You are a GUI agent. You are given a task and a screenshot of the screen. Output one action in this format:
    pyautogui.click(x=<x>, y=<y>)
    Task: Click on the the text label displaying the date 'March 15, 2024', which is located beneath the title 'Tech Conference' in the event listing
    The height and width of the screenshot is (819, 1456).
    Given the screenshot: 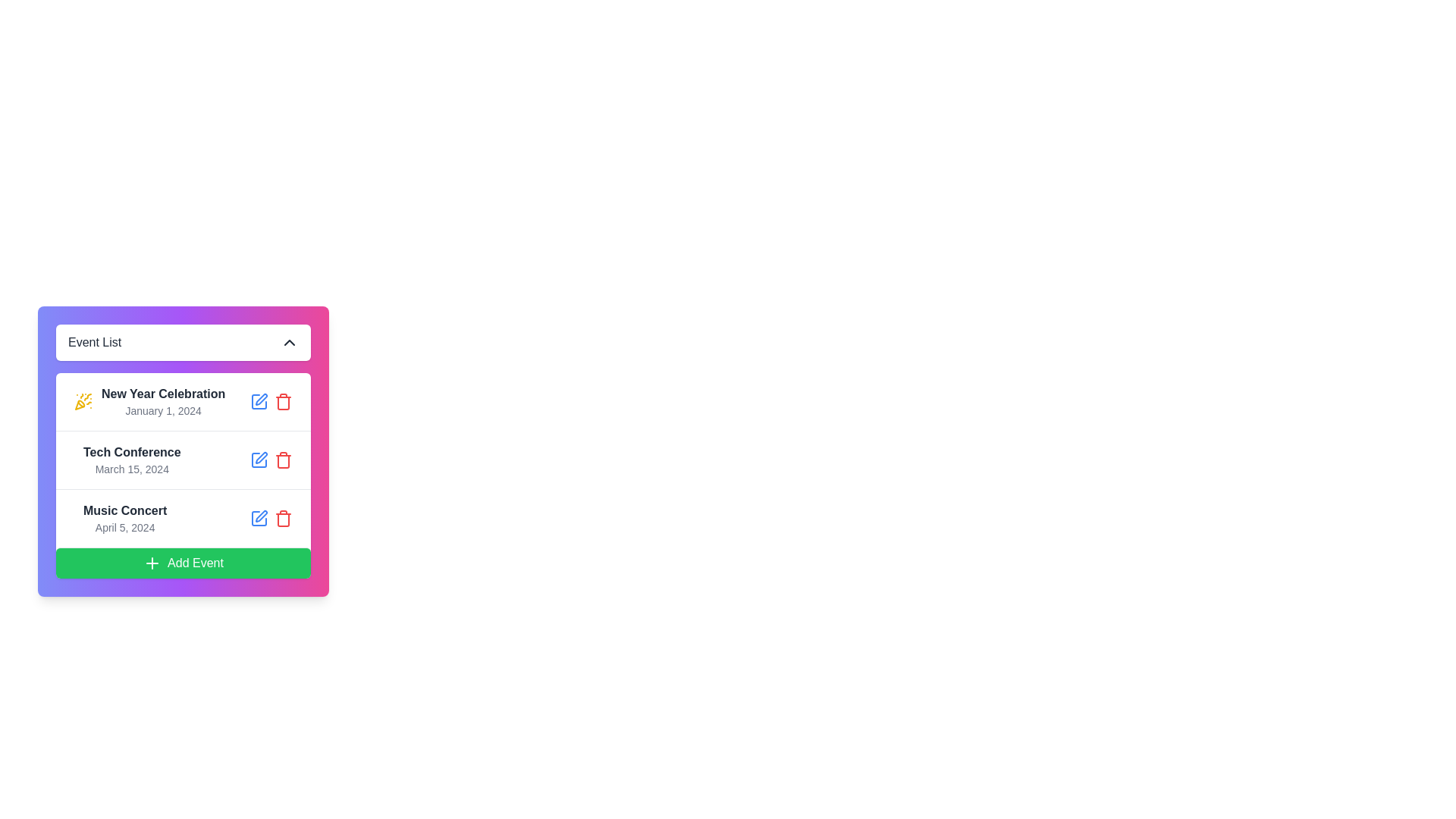 What is the action you would take?
    pyautogui.click(x=132, y=468)
    